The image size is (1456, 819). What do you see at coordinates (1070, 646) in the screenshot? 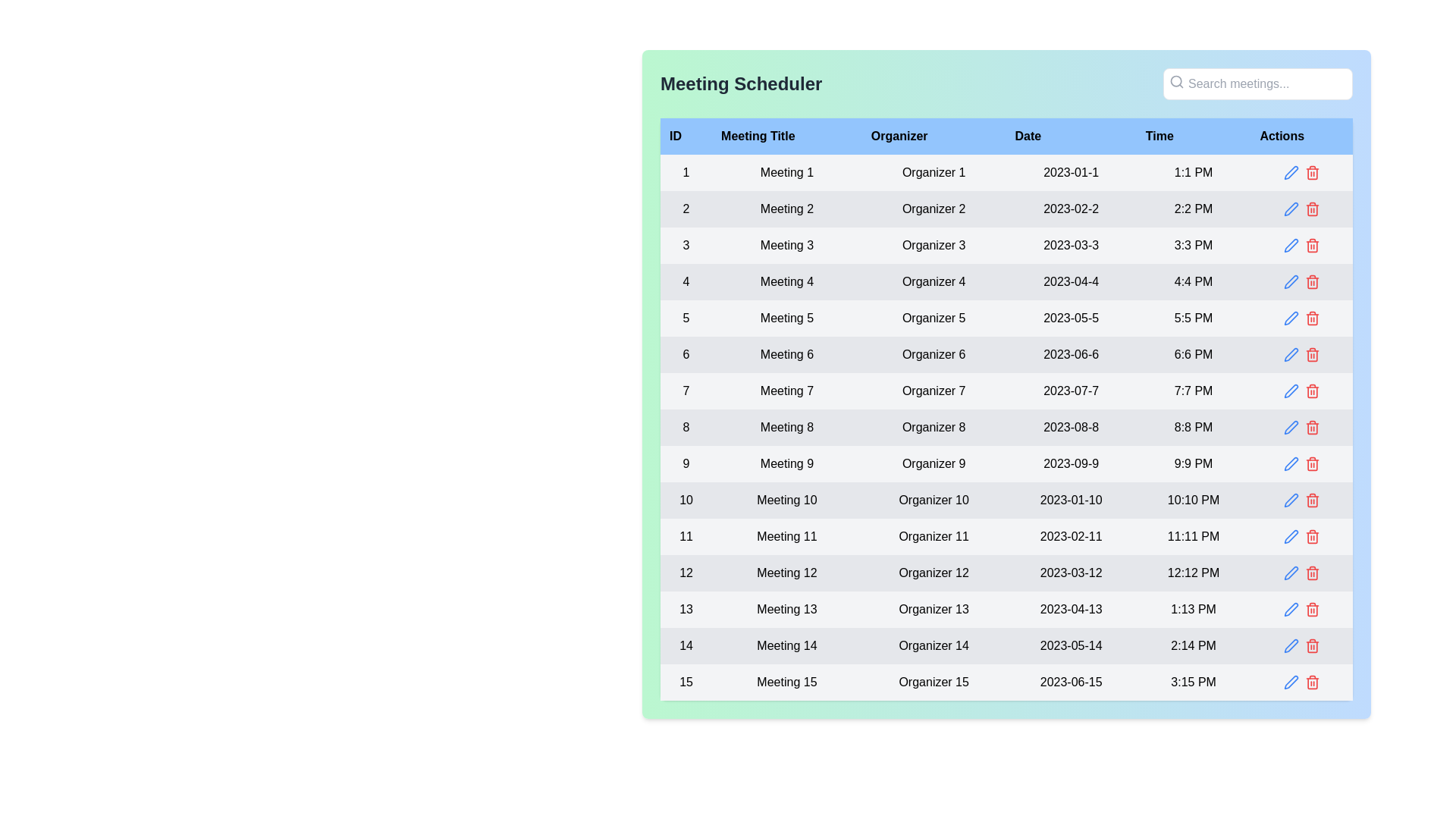
I see `date displayed in the static text element that shows '2023-05-14' in the 'Date' column of the 14th row of the table` at bounding box center [1070, 646].